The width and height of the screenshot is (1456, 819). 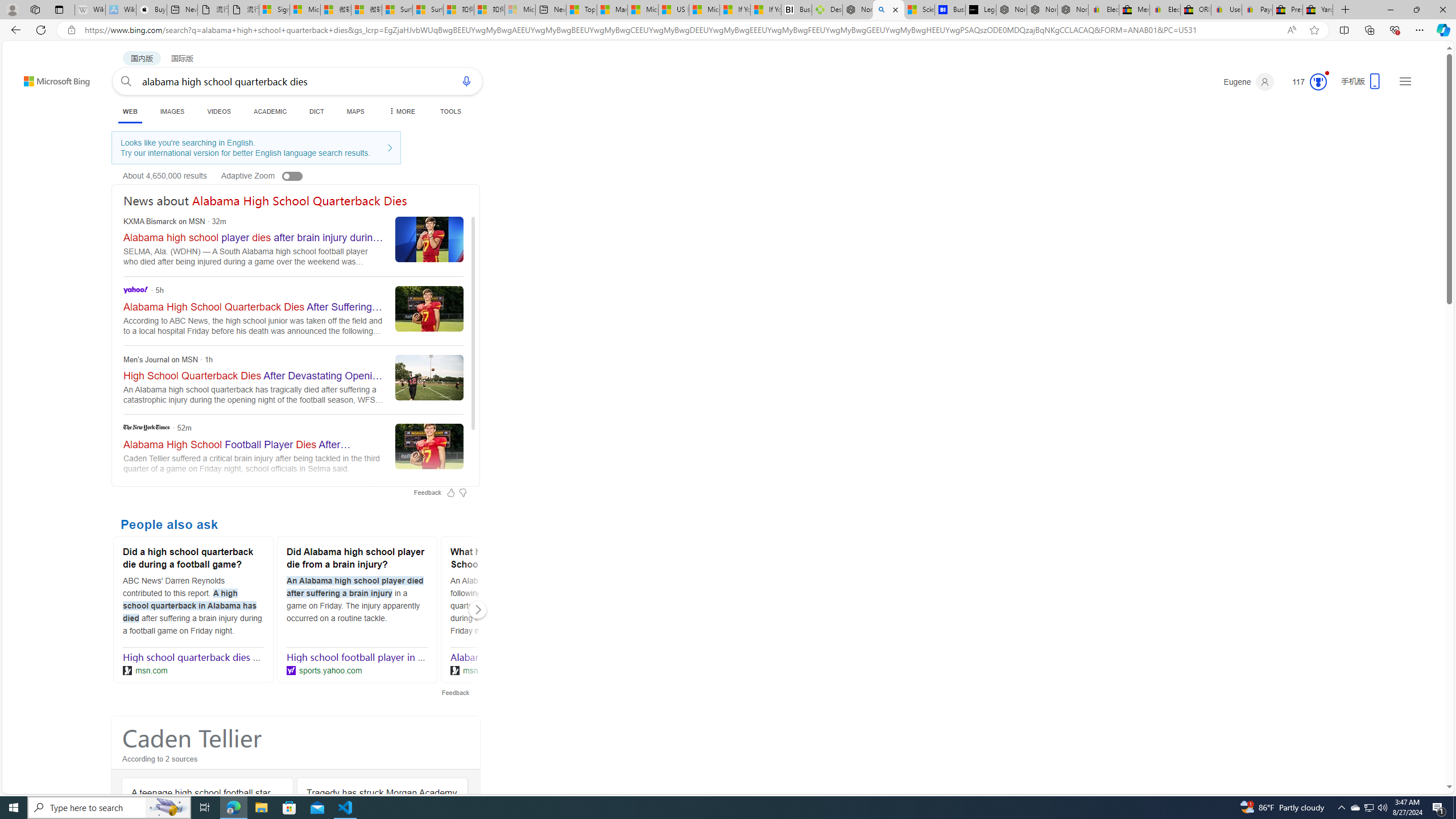 I want to click on 'The New York Times', so click(x=146, y=427).